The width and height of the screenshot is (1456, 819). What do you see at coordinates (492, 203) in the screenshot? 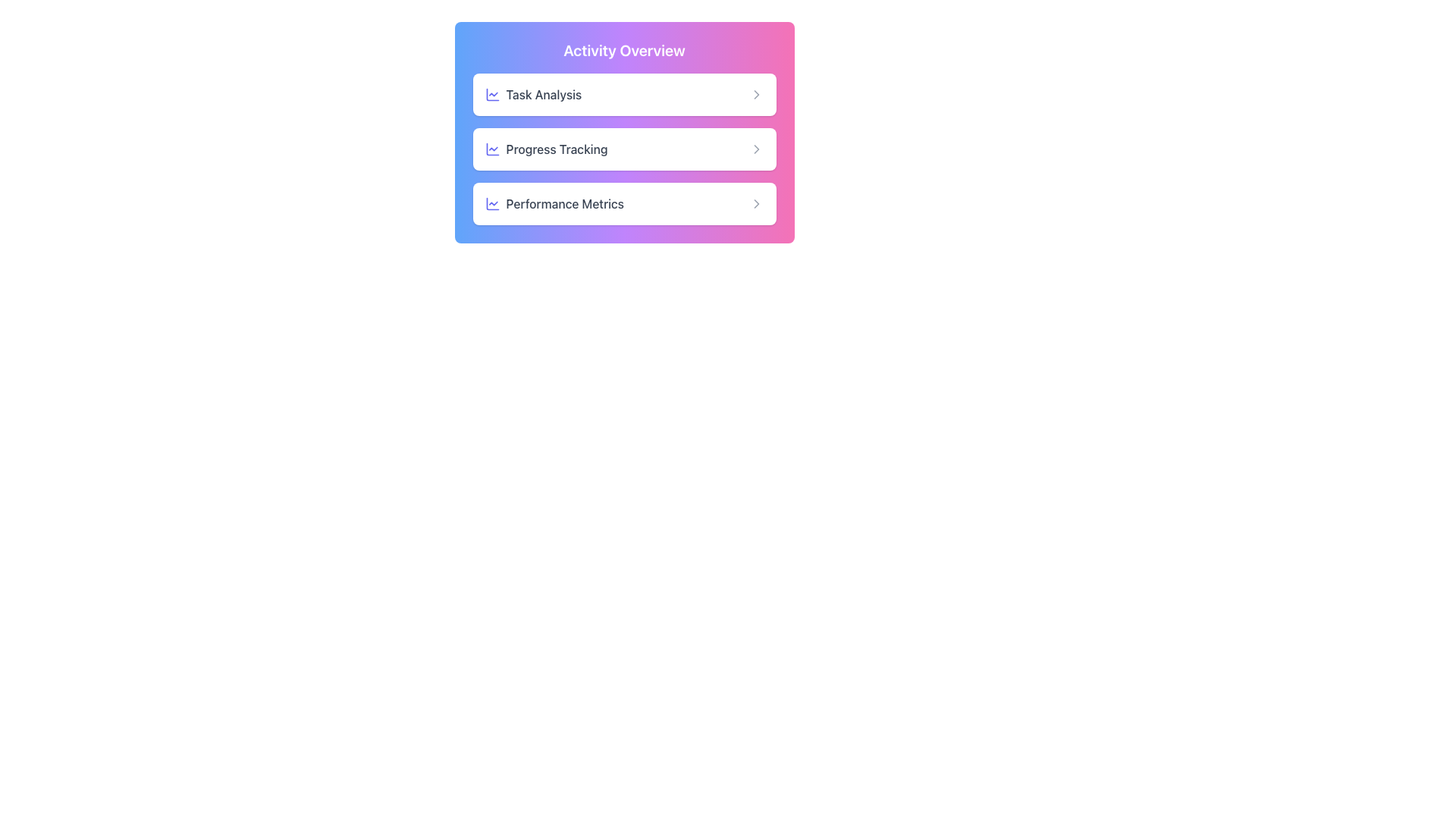
I see `the performance metrics icon located on the left side of the 'Performance Metrics' entry within the 'Activity Overview' section` at bounding box center [492, 203].